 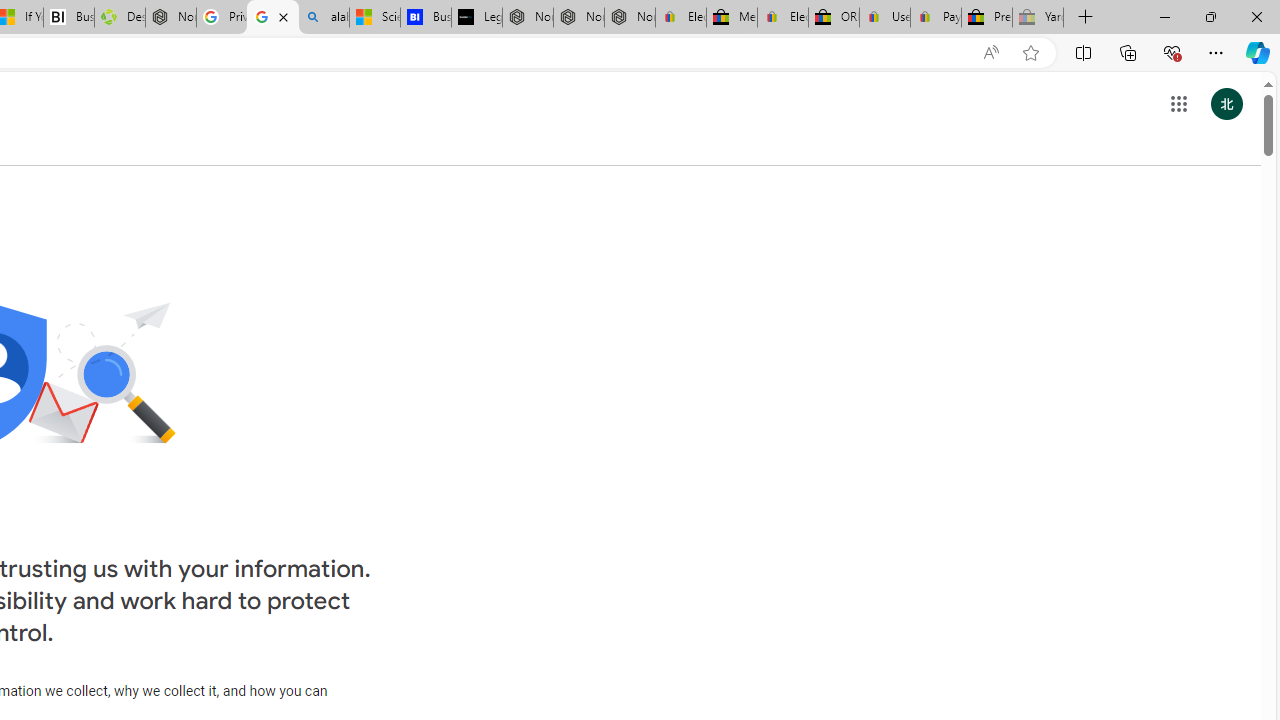 I want to click on 'Press Room - eBay Inc.', so click(x=987, y=17).